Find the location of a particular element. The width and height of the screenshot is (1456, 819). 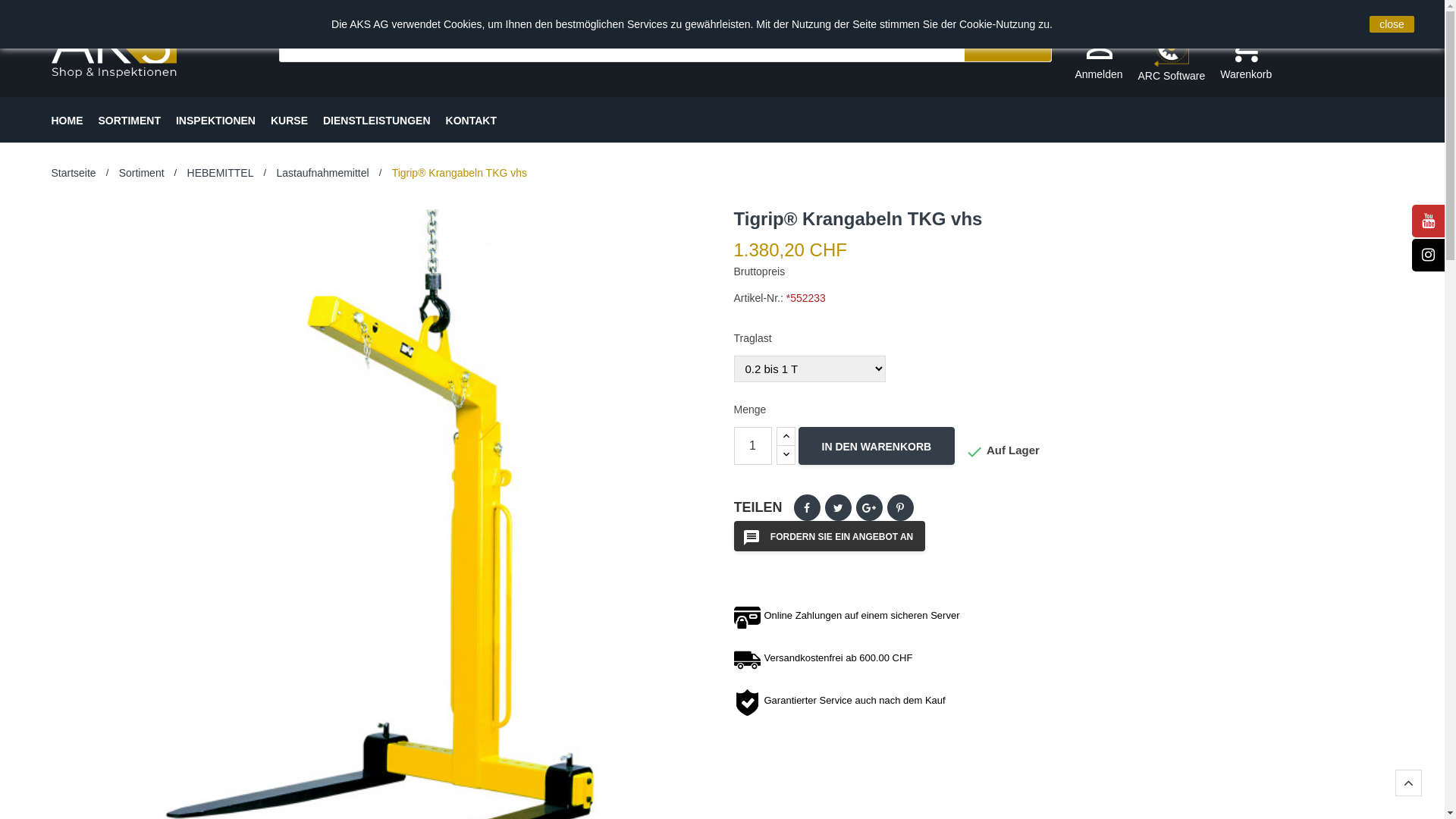

'Startseite' is located at coordinates (73, 171).